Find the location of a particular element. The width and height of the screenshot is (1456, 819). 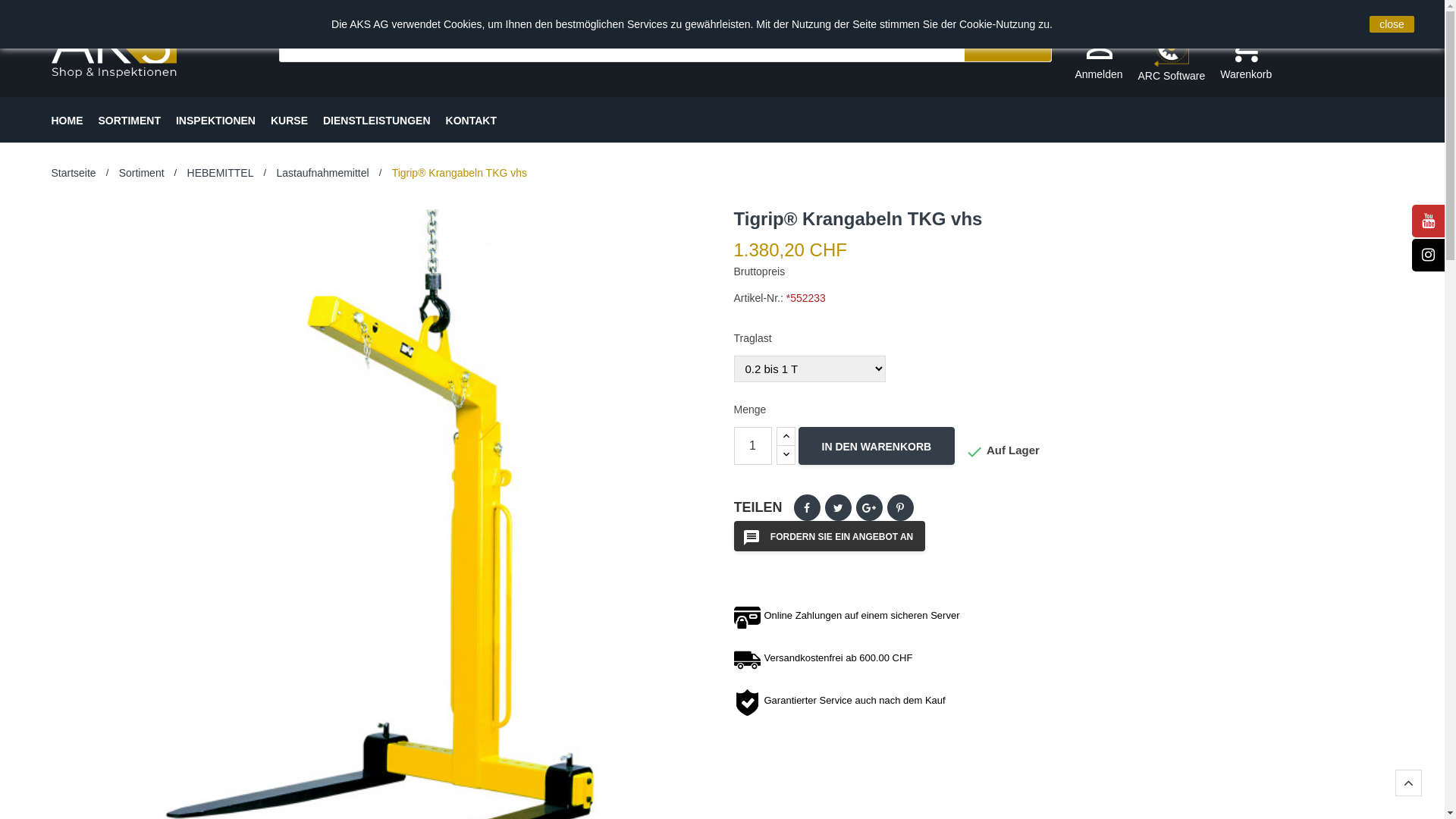

'Startseite' is located at coordinates (73, 171).